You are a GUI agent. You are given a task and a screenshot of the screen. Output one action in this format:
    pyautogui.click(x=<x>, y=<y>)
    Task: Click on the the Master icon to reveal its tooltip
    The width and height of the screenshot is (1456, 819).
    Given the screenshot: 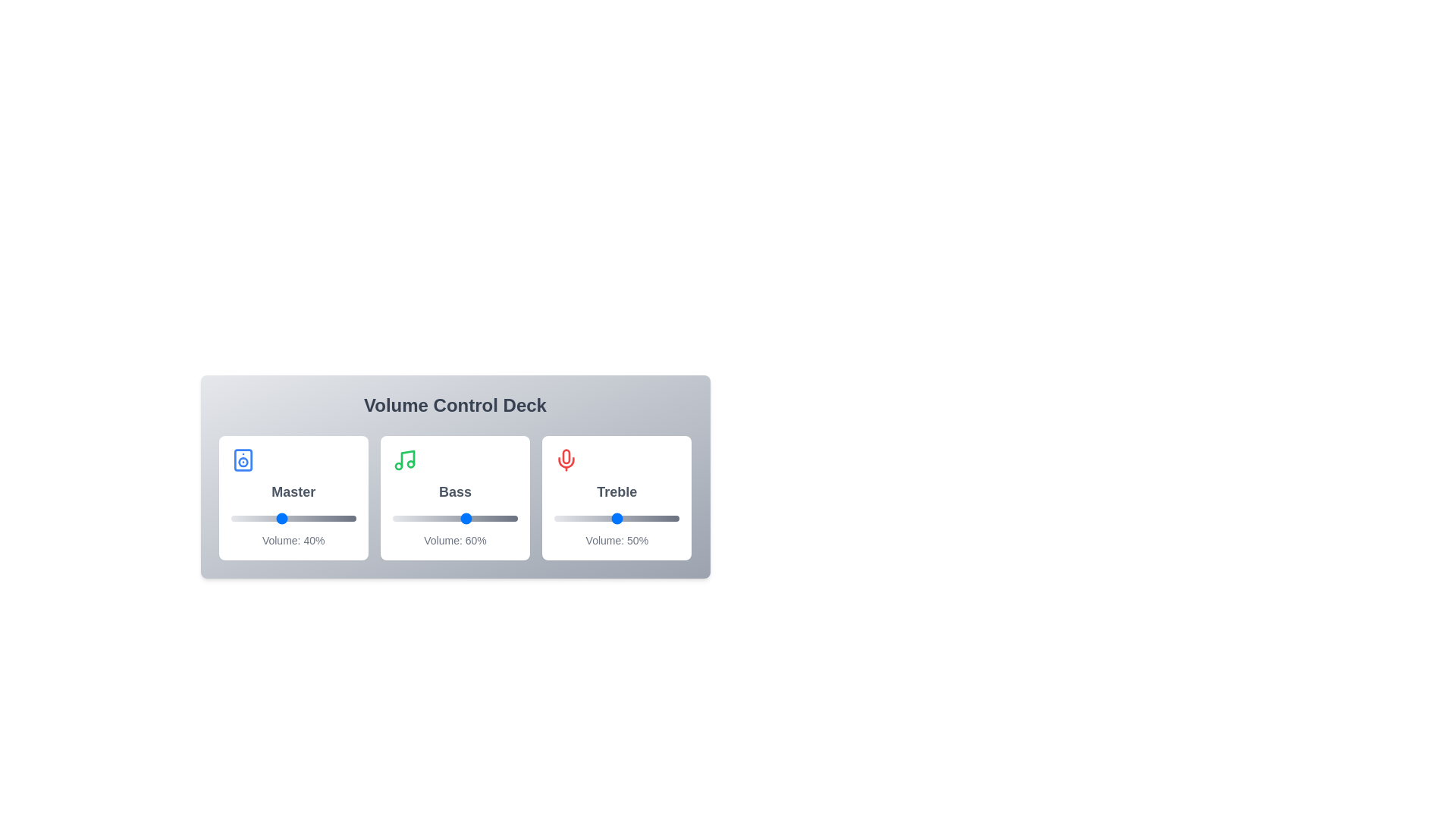 What is the action you would take?
    pyautogui.click(x=243, y=459)
    